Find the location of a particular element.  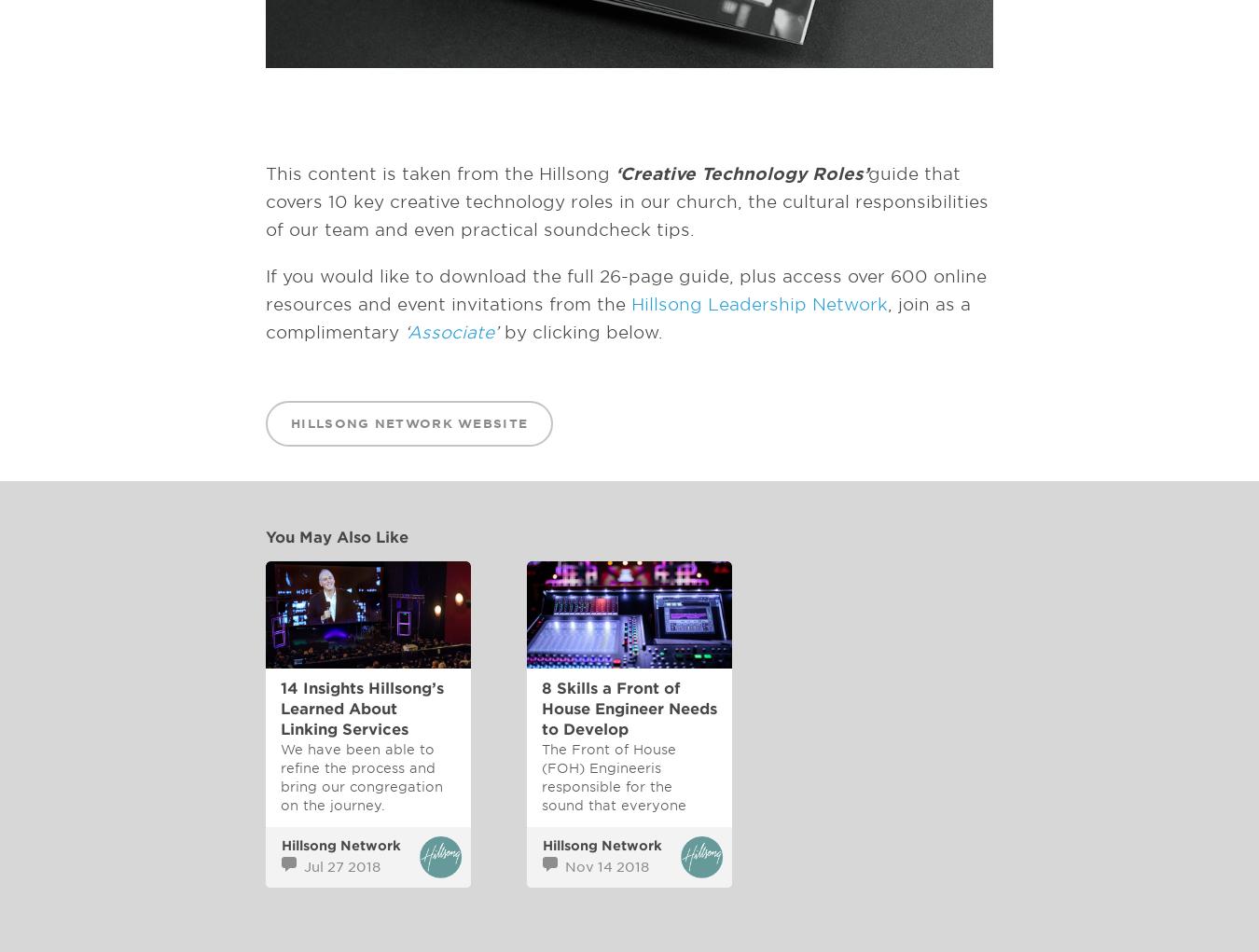

', join as a complimentary' is located at coordinates (264, 317).